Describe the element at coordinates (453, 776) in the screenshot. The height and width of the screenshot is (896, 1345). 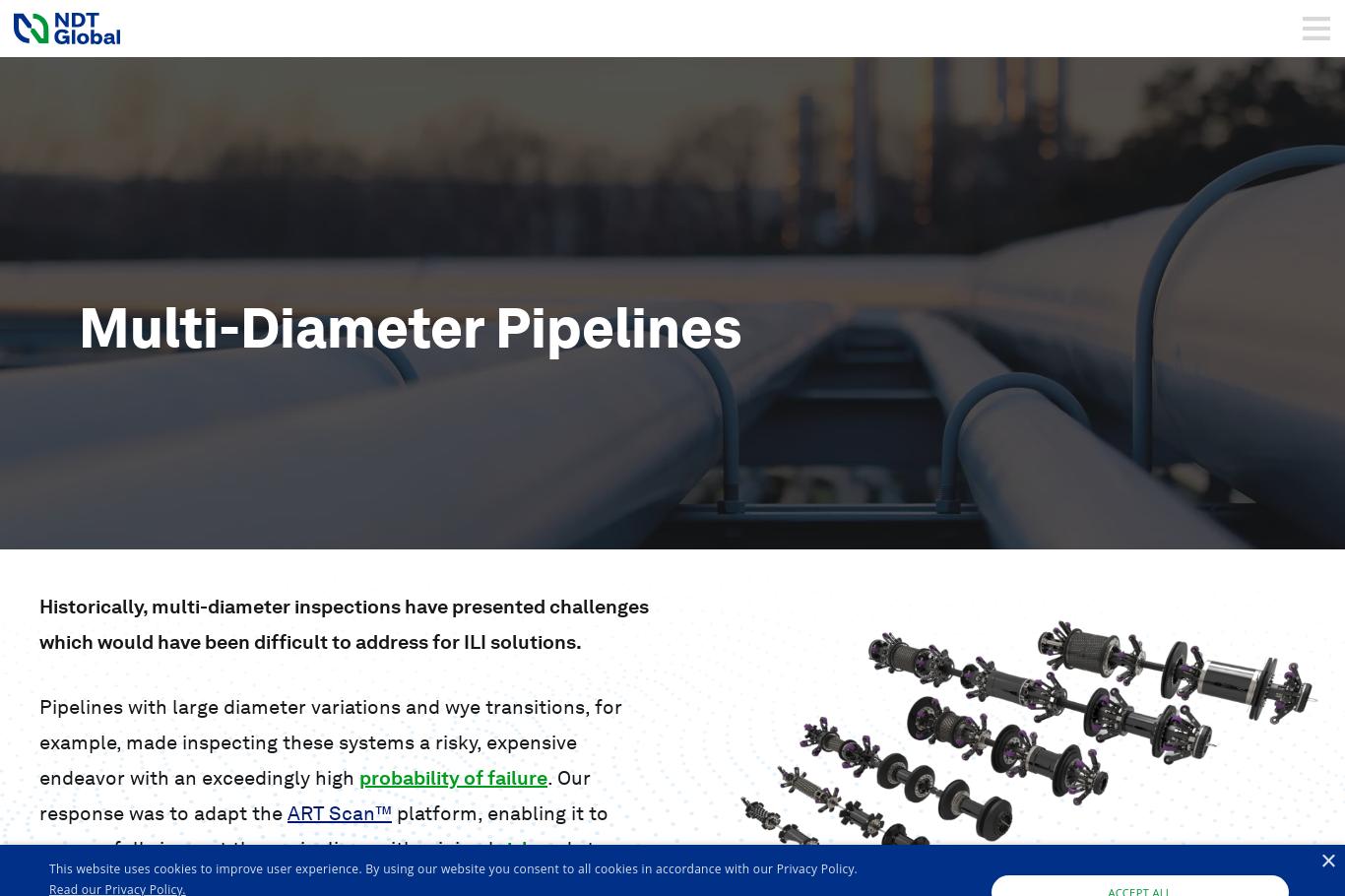
I see `'probability of failure'` at that location.